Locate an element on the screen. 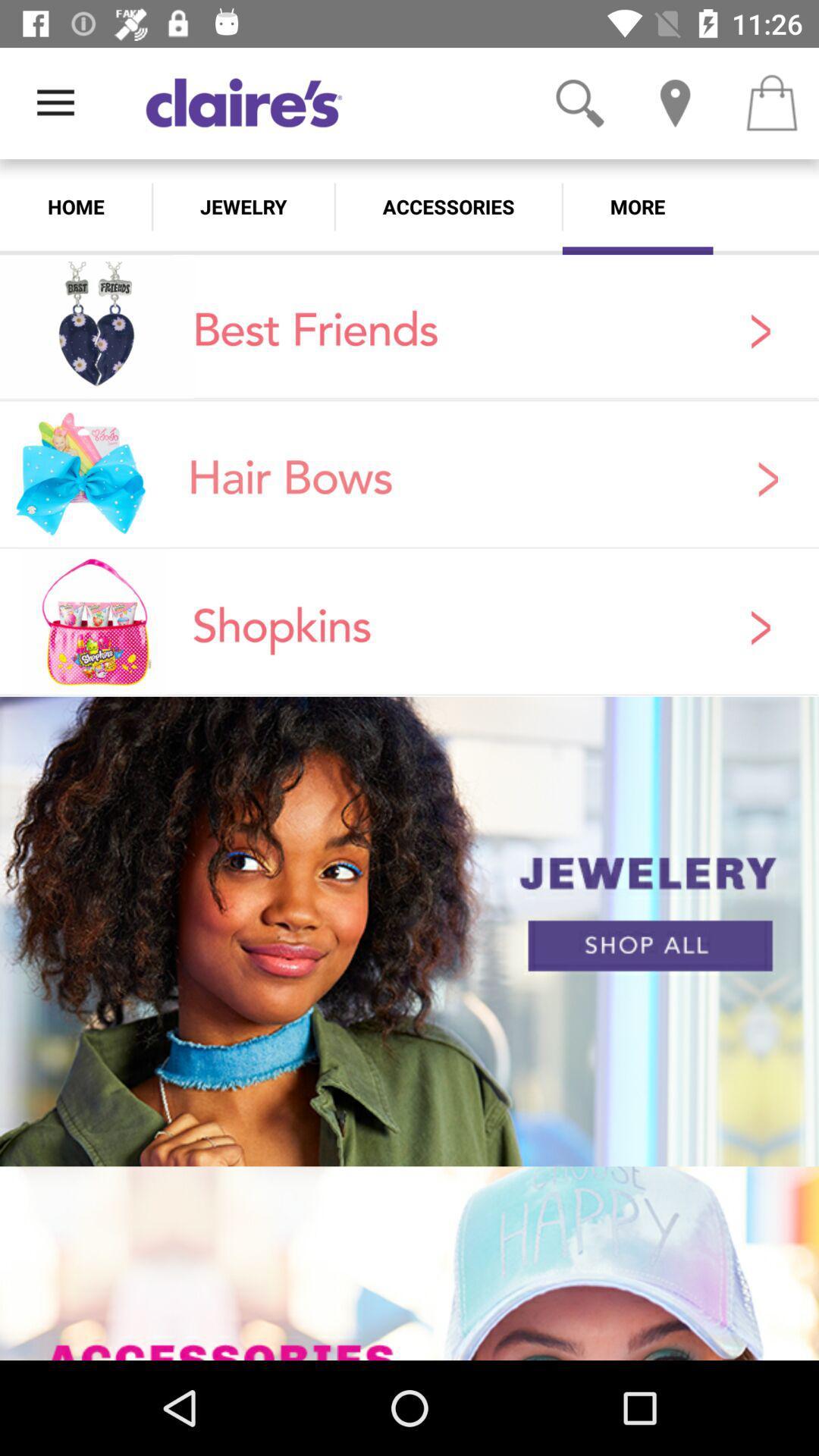 This screenshot has height=1456, width=819. item to the right of the home icon is located at coordinates (243, 206).